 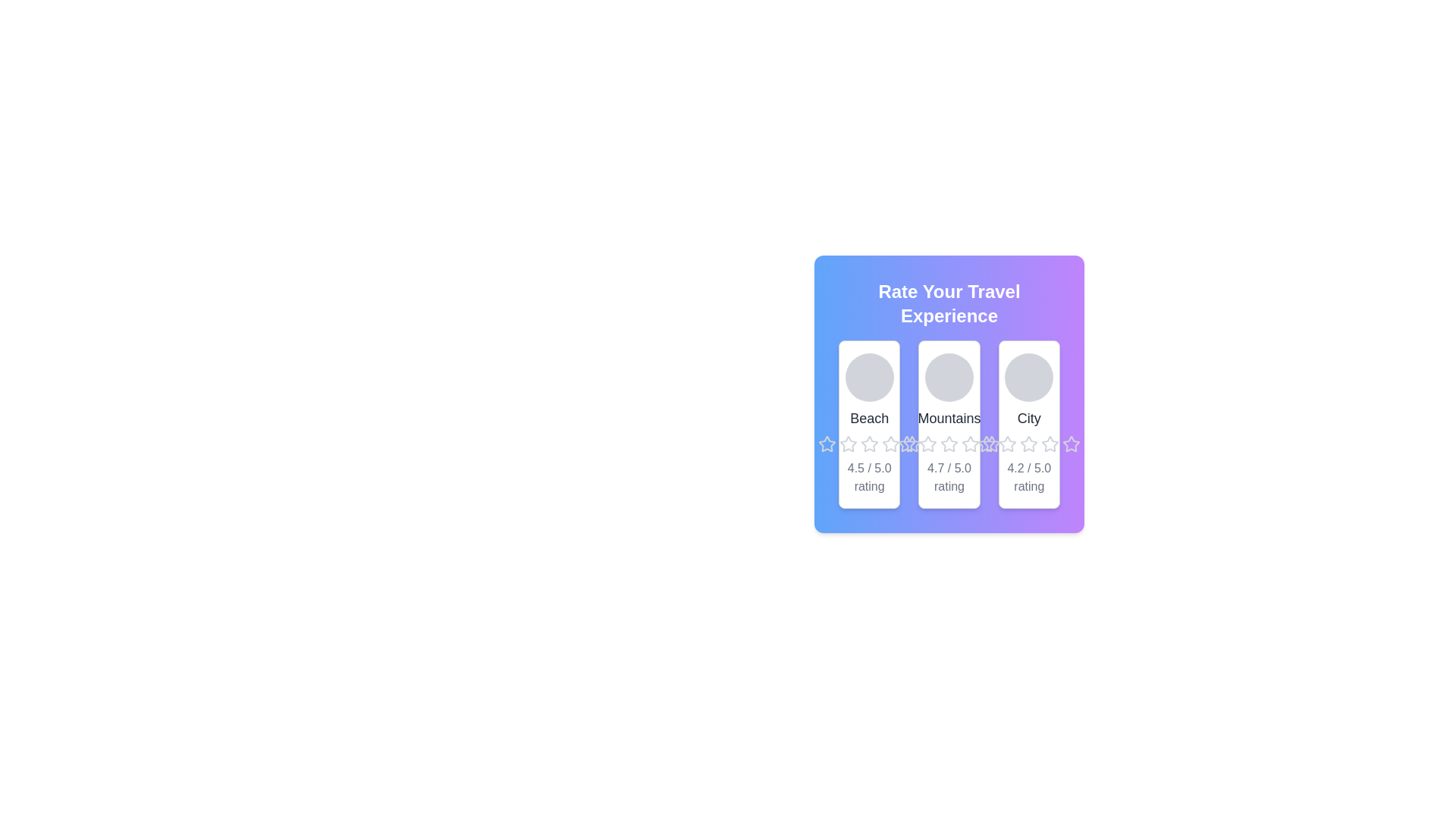 What do you see at coordinates (1029, 424) in the screenshot?
I see `the stars on the City rating card, which is the third card in the grid layout positioned in the top right, to provide a rating` at bounding box center [1029, 424].